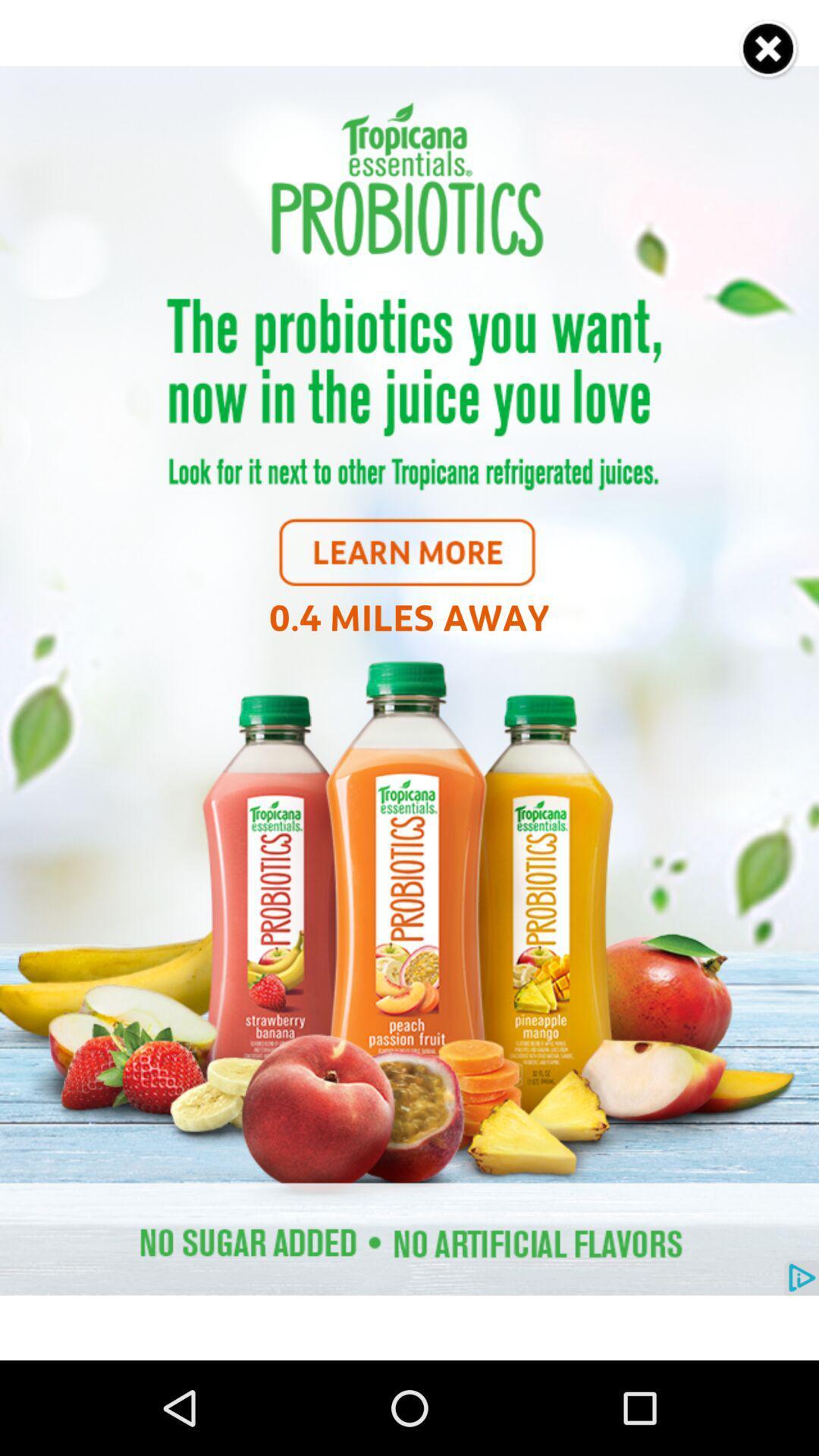 This screenshot has height=1456, width=819. I want to click on cancel button, so click(769, 49).